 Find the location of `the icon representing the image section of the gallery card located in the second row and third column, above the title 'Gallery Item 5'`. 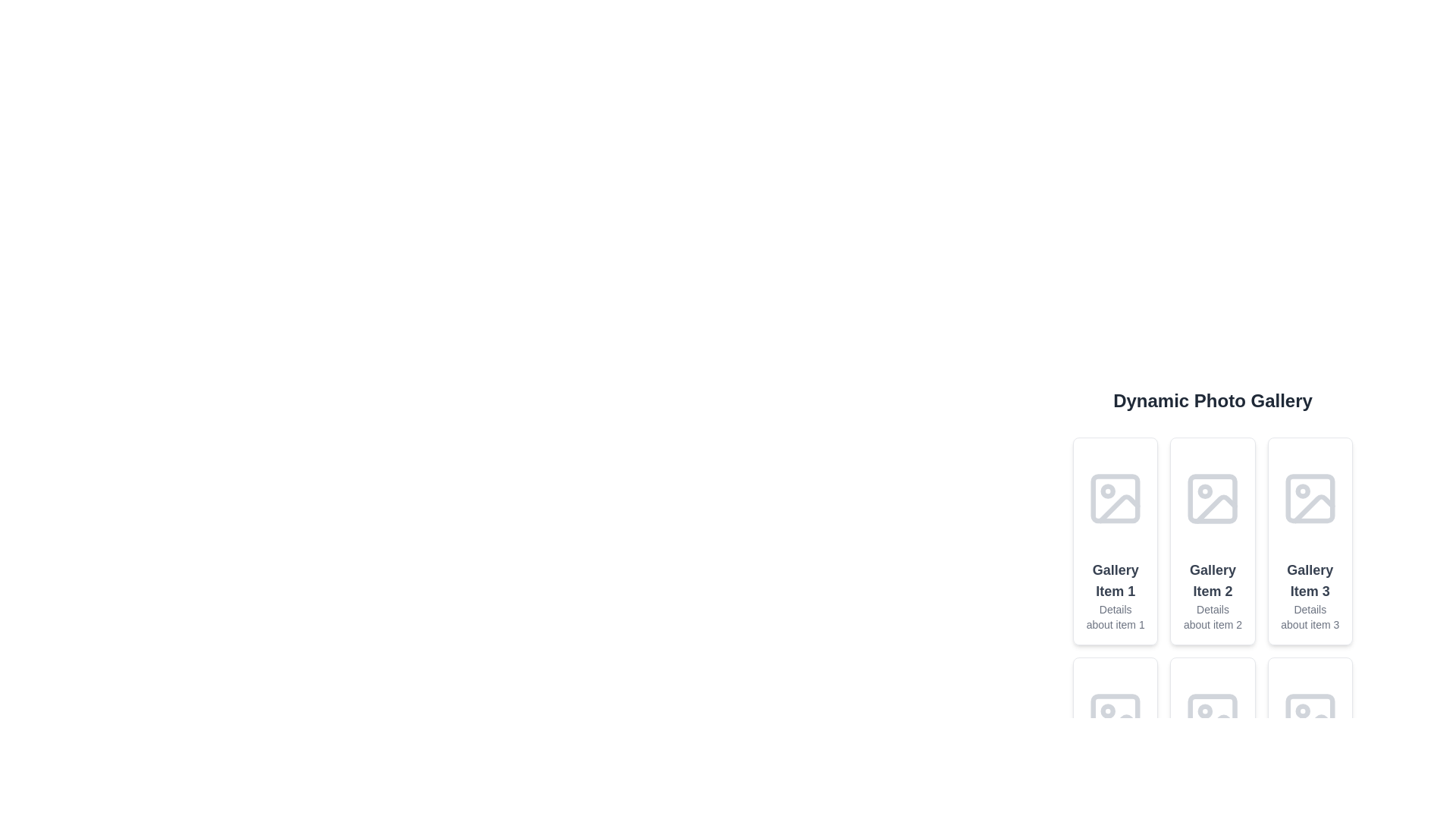

the icon representing the image section of the gallery card located in the second row and third column, above the title 'Gallery Item 5' is located at coordinates (1212, 718).